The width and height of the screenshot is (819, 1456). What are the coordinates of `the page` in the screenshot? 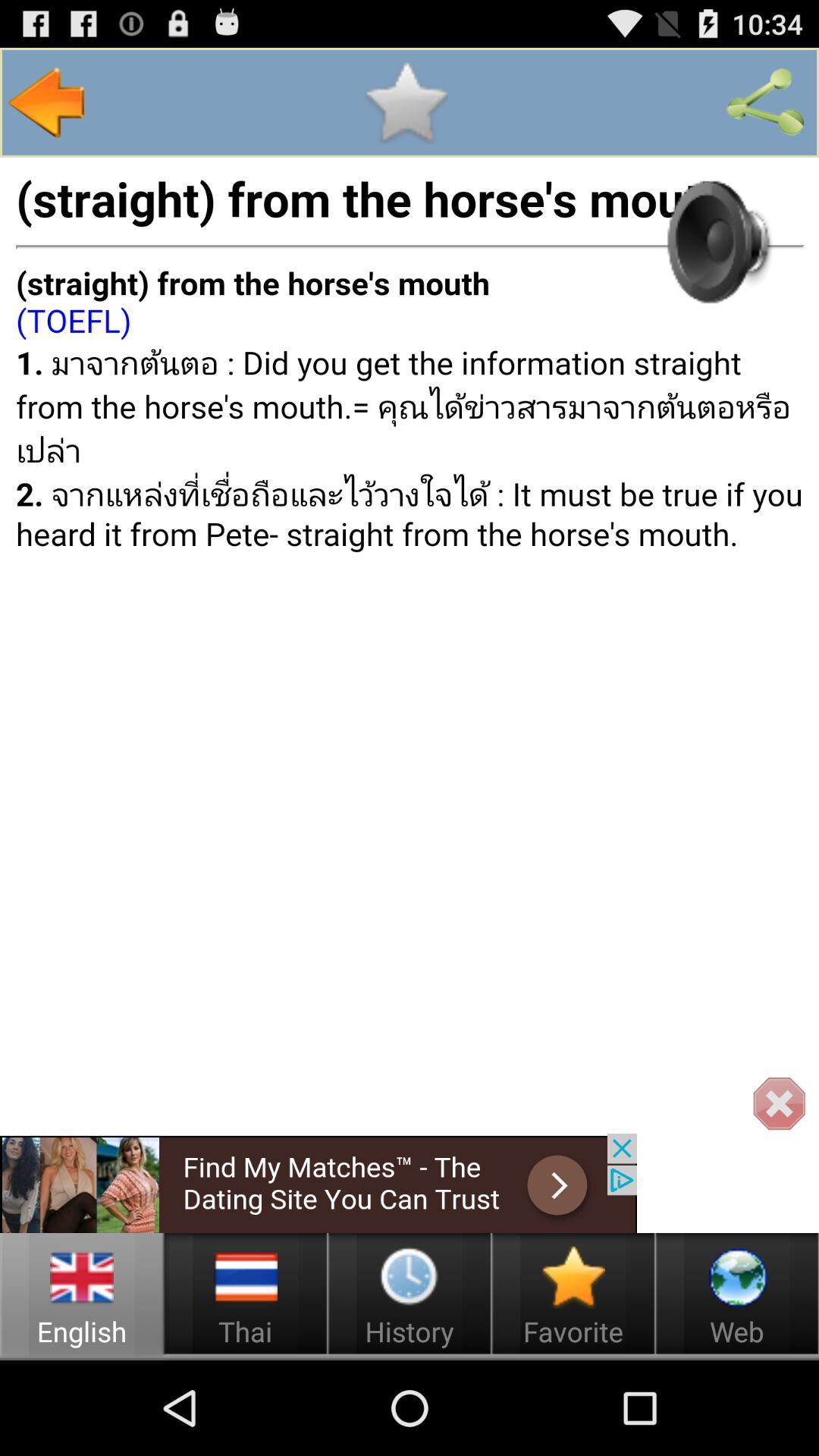 It's located at (405, 102).